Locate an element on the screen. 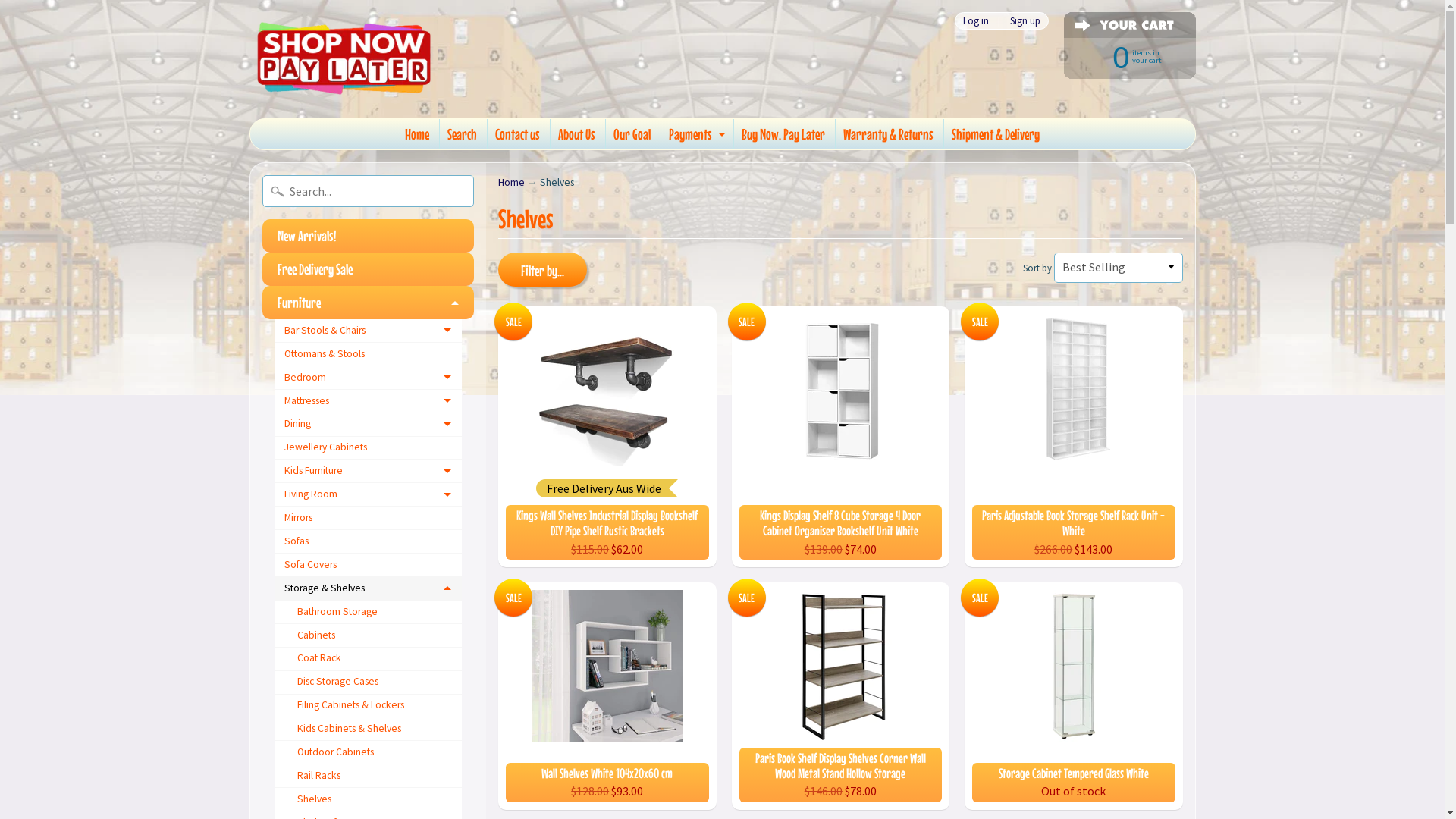  'Mirrors' is located at coordinates (368, 517).